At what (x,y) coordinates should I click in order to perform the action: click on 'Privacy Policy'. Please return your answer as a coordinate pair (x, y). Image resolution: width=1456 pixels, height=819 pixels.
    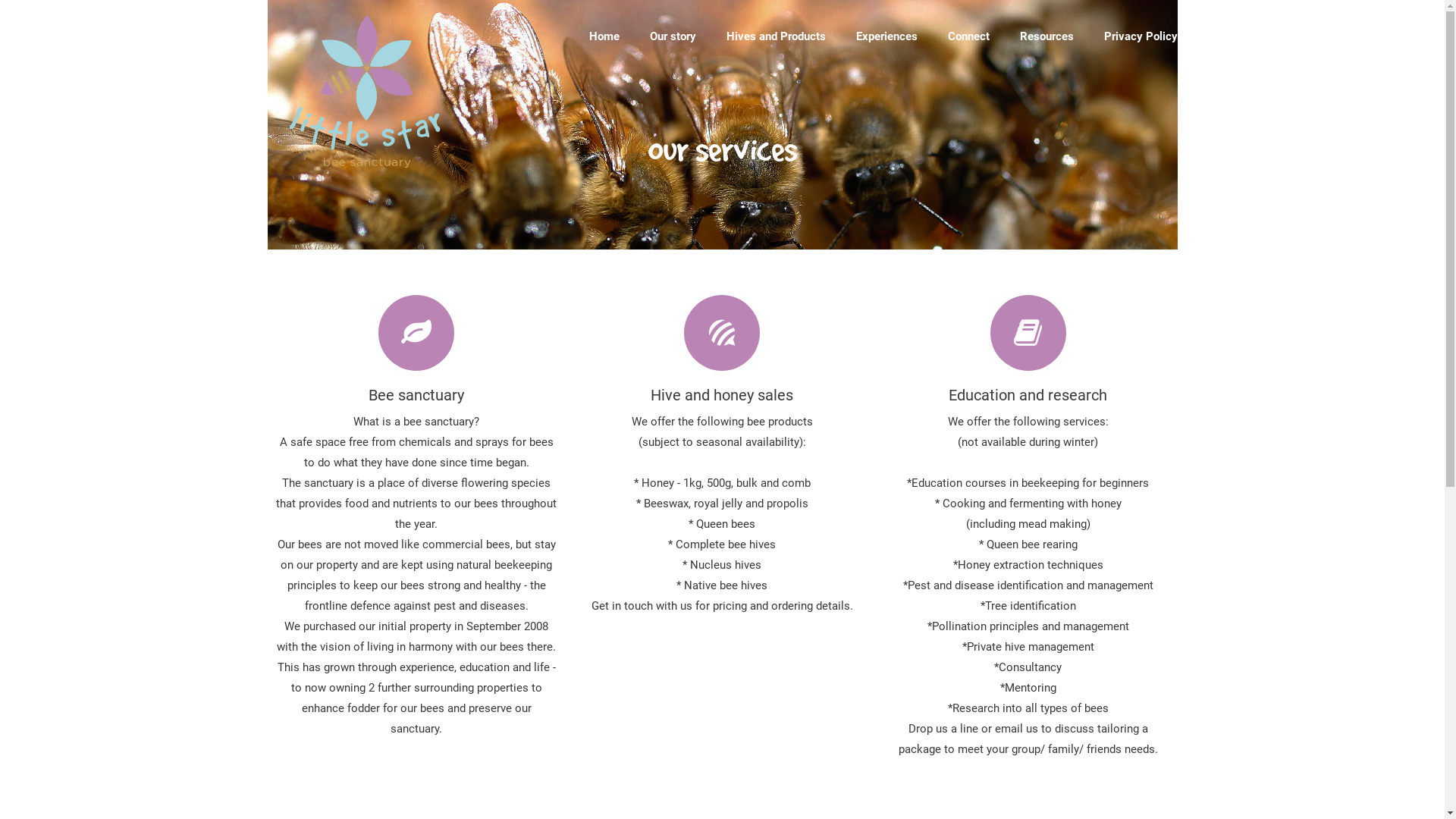
    Looking at the image, I should click on (1141, 36).